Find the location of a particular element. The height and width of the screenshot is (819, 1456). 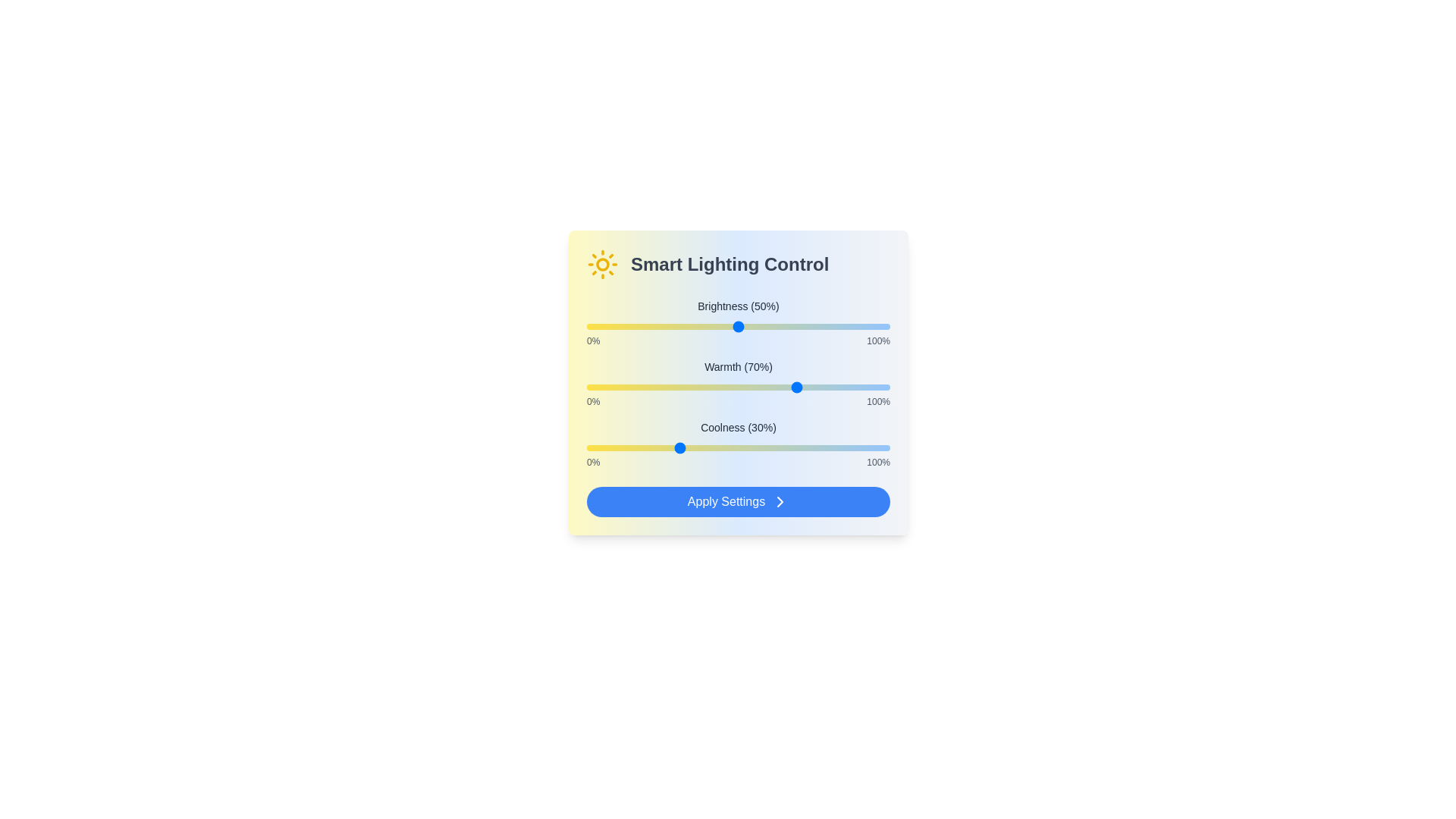

the brightness slider to 66% is located at coordinates (786, 326).